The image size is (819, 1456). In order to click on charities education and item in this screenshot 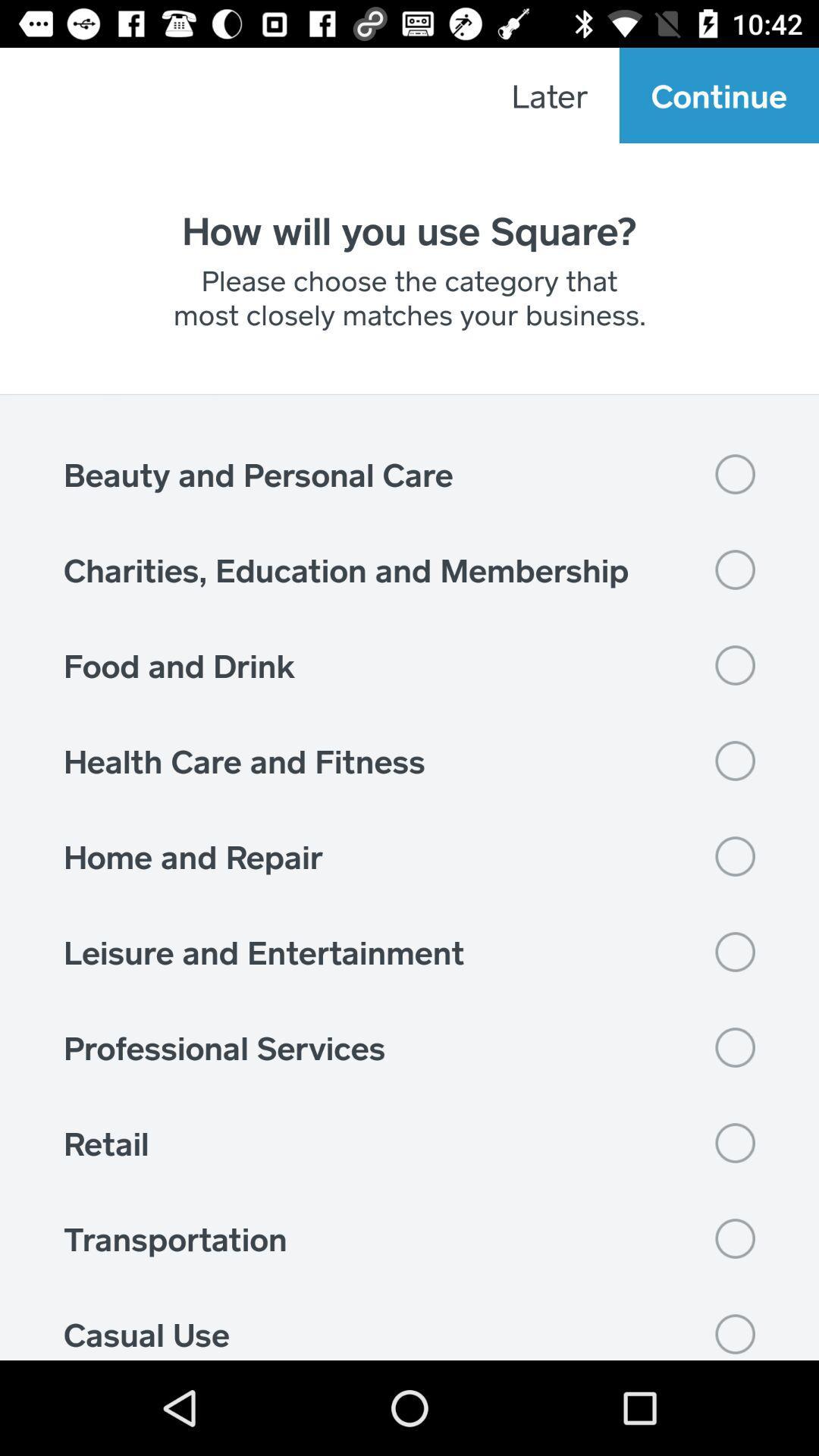, I will do `click(409, 569)`.